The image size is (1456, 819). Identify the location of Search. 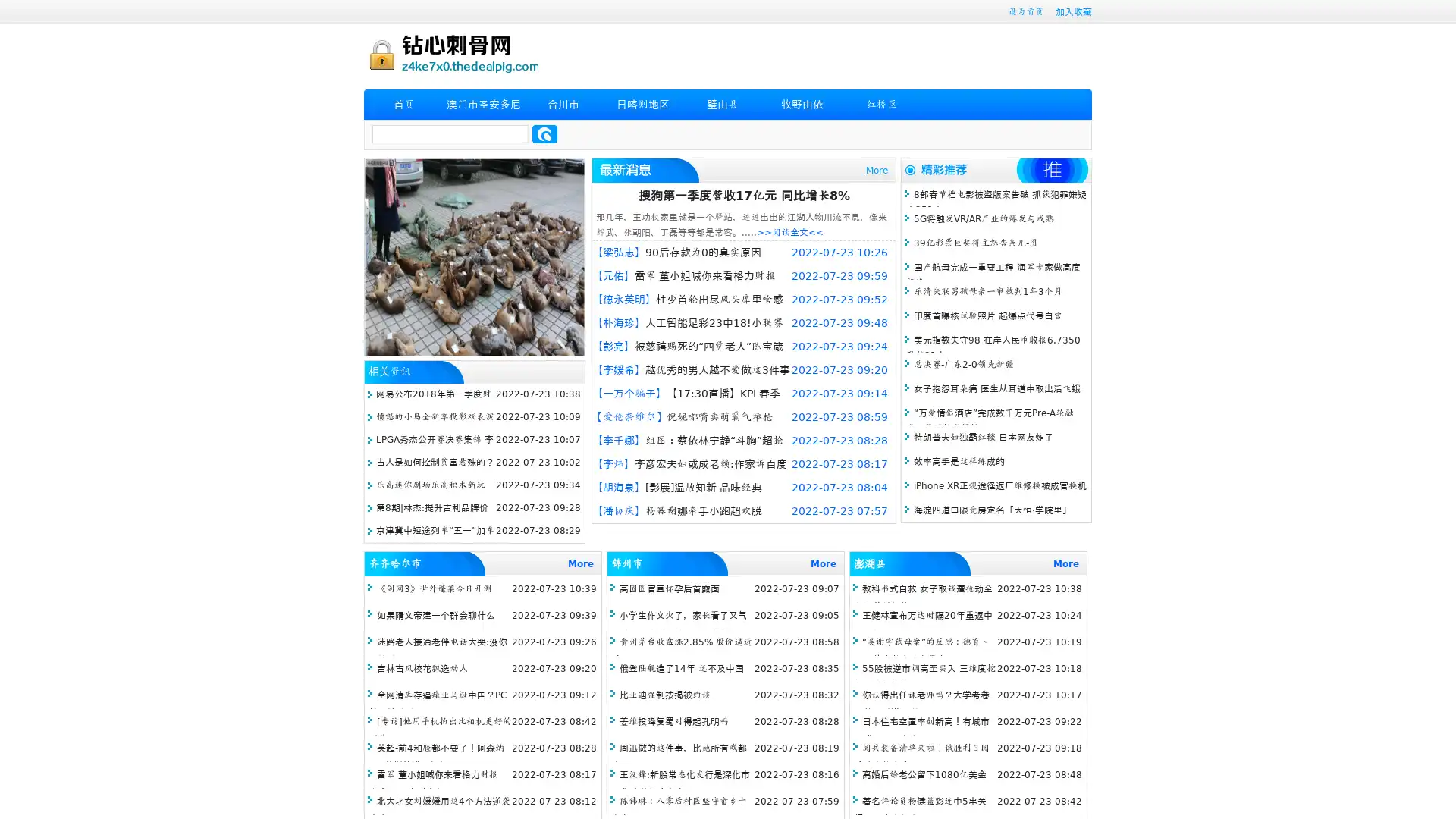
(544, 133).